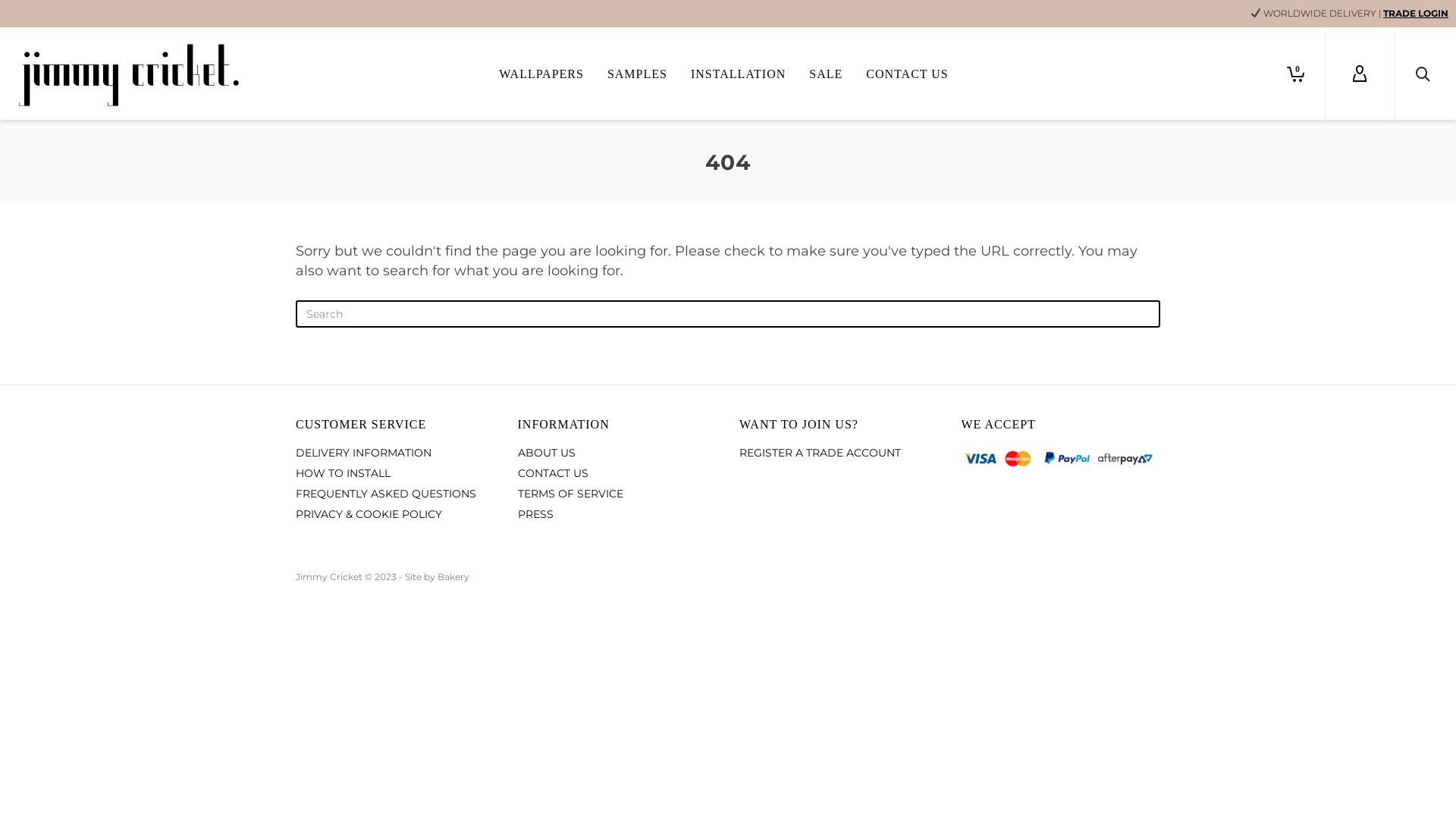 The height and width of the screenshot is (819, 1456). I want to click on 'TERMS OF SERVICE', so click(617, 494).